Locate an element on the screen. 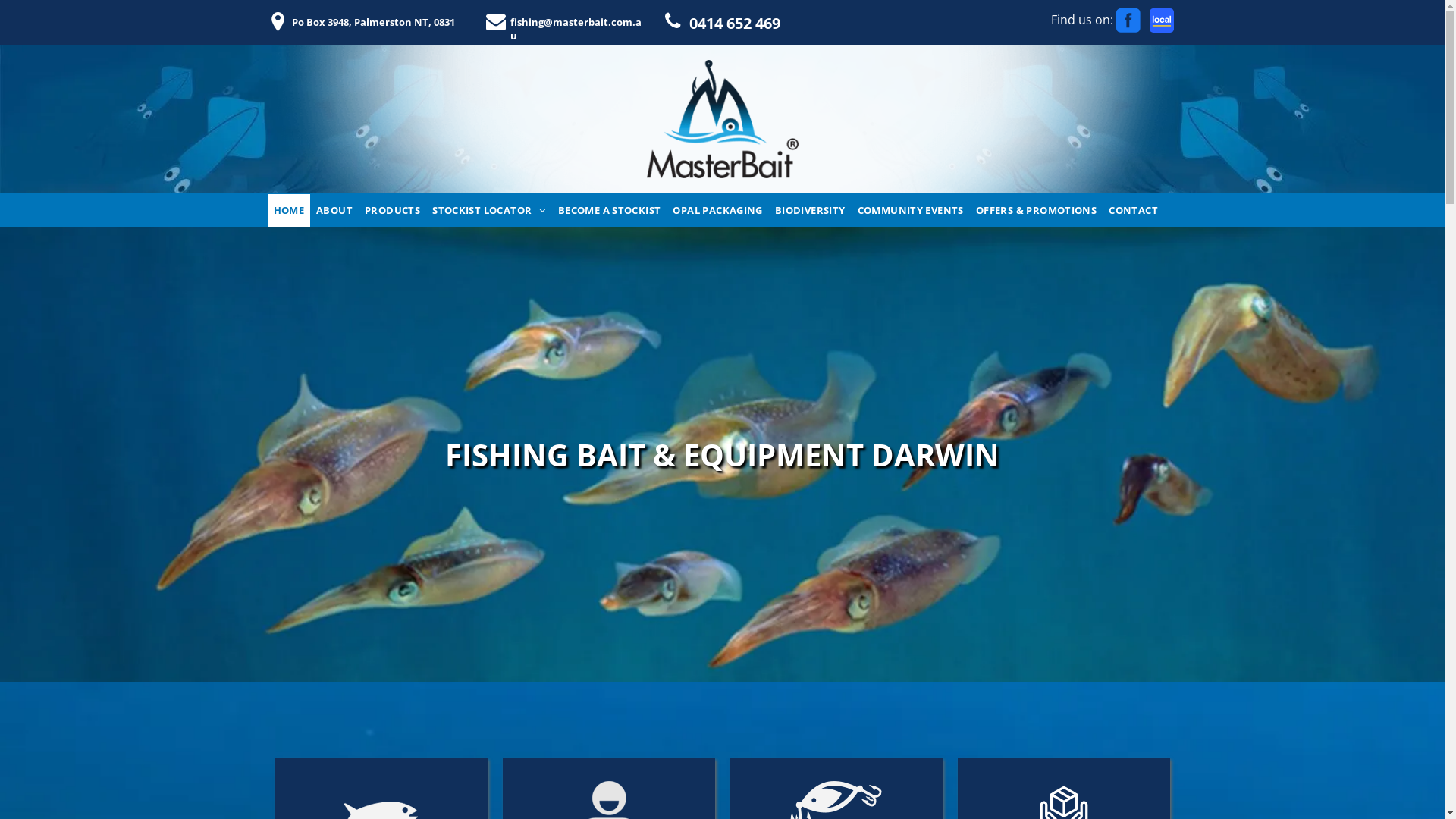 The image size is (1456, 819). 'COMMUNITY EVENTS' is located at coordinates (910, 210).